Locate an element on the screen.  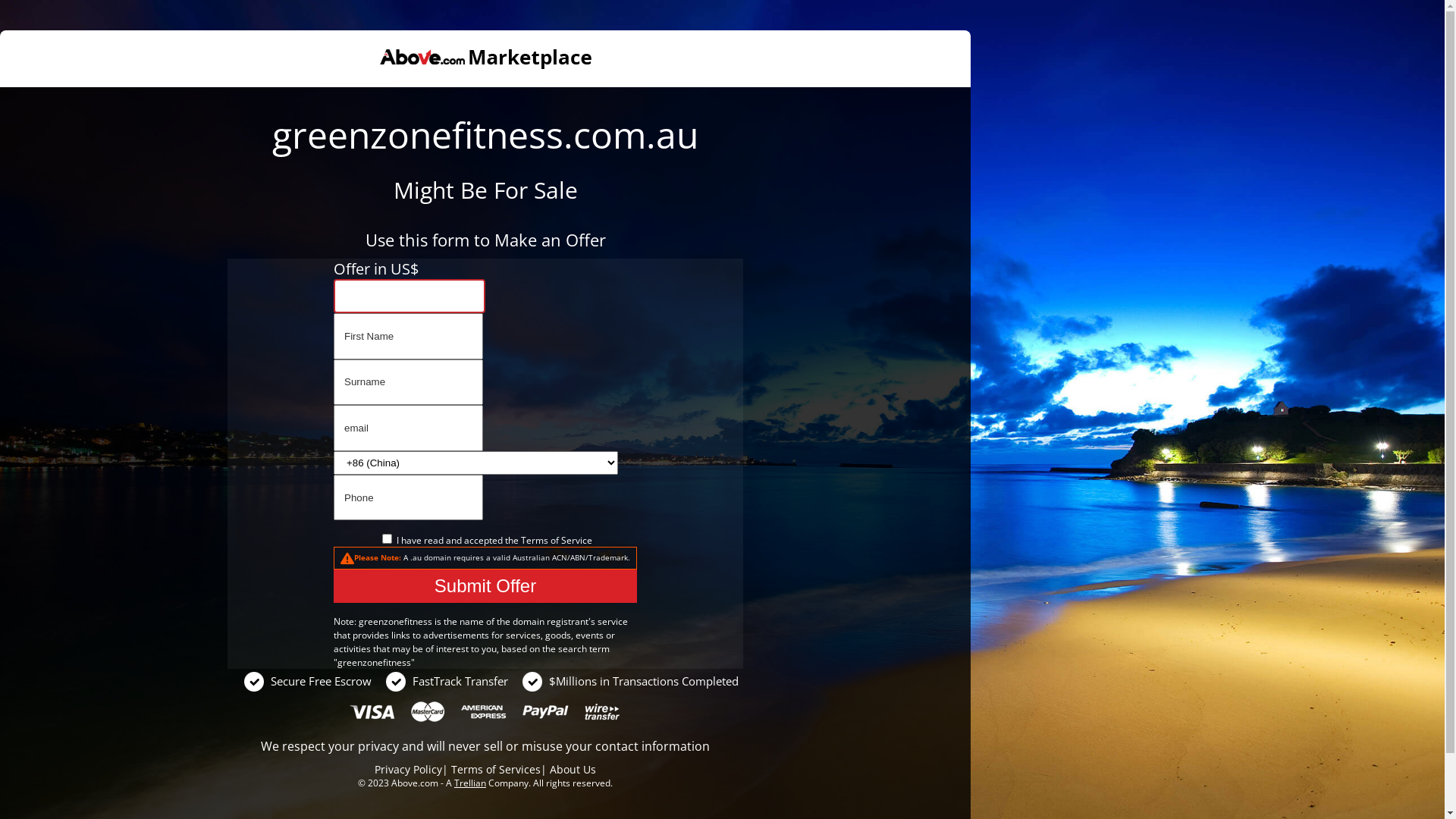
'Terms' is located at coordinates (534, 539).